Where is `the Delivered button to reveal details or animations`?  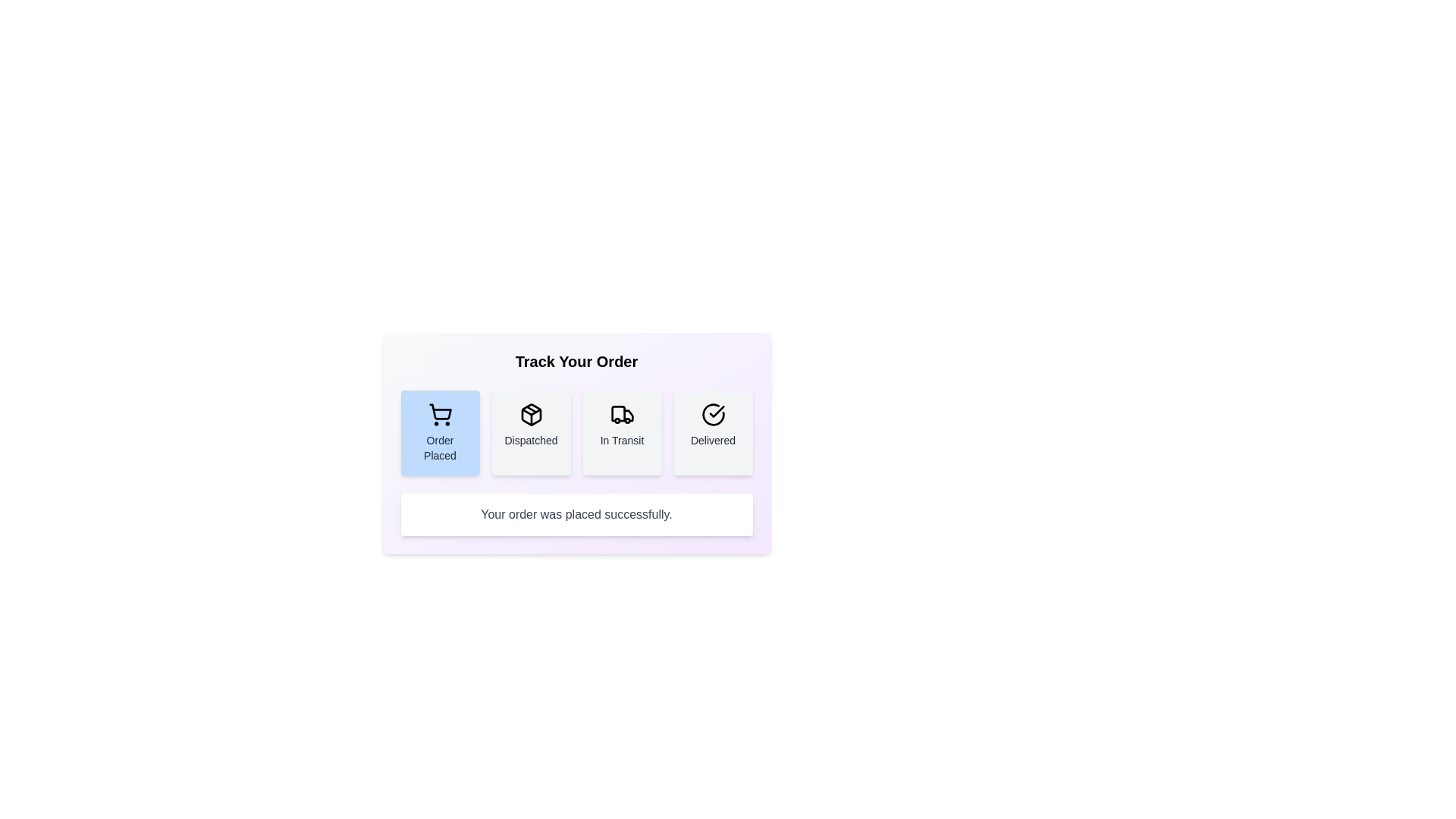
the Delivered button to reveal details or animations is located at coordinates (712, 432).